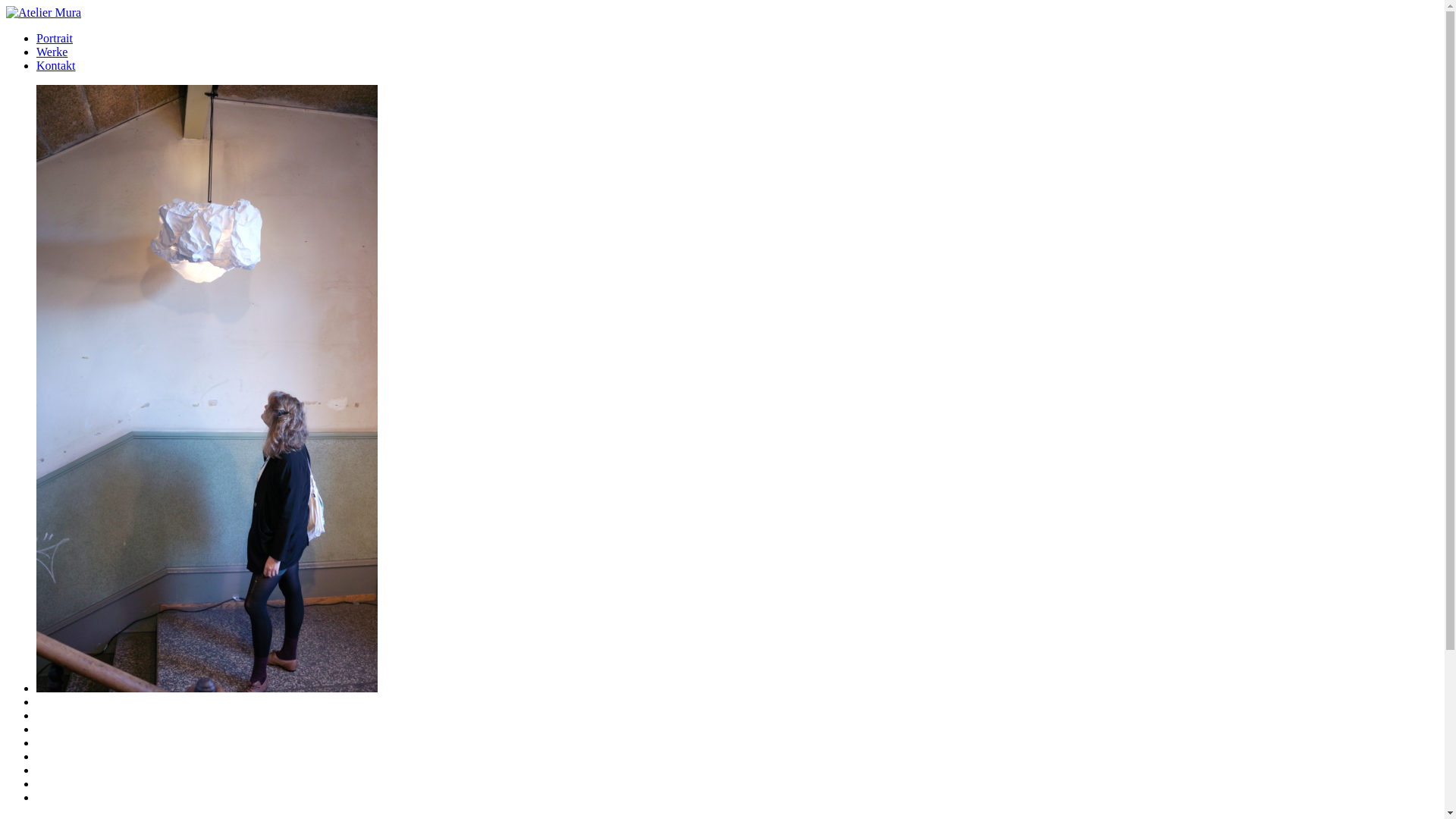  What do you see at coordinates (55, 37) in the screenshot?
I see `'Portrait'` at bounding box center [55, 37].